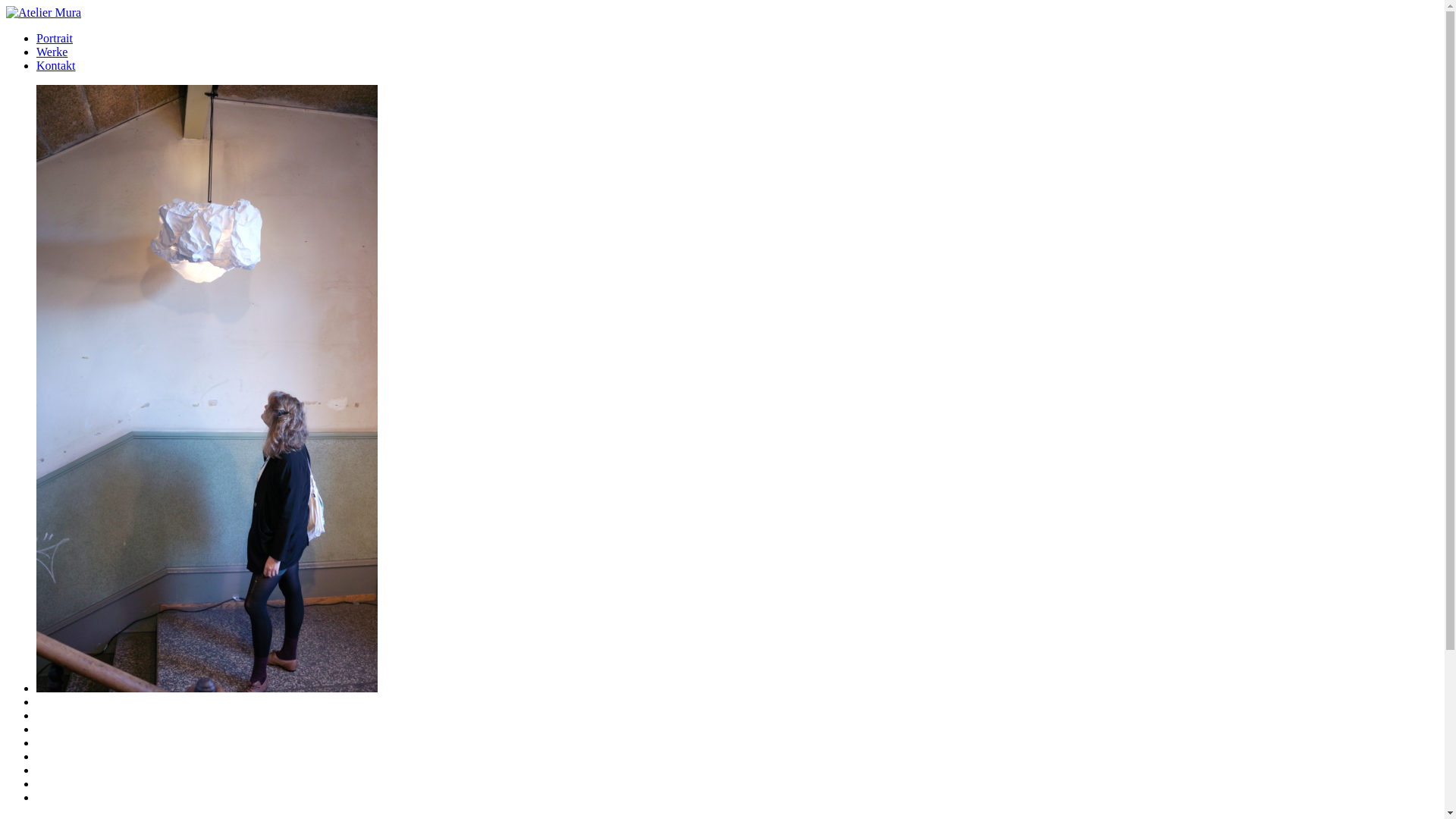  What do you see at coordinates (55, 37) in the screenshot?
I see `'Portrait'` at bounding box center [55, 37].